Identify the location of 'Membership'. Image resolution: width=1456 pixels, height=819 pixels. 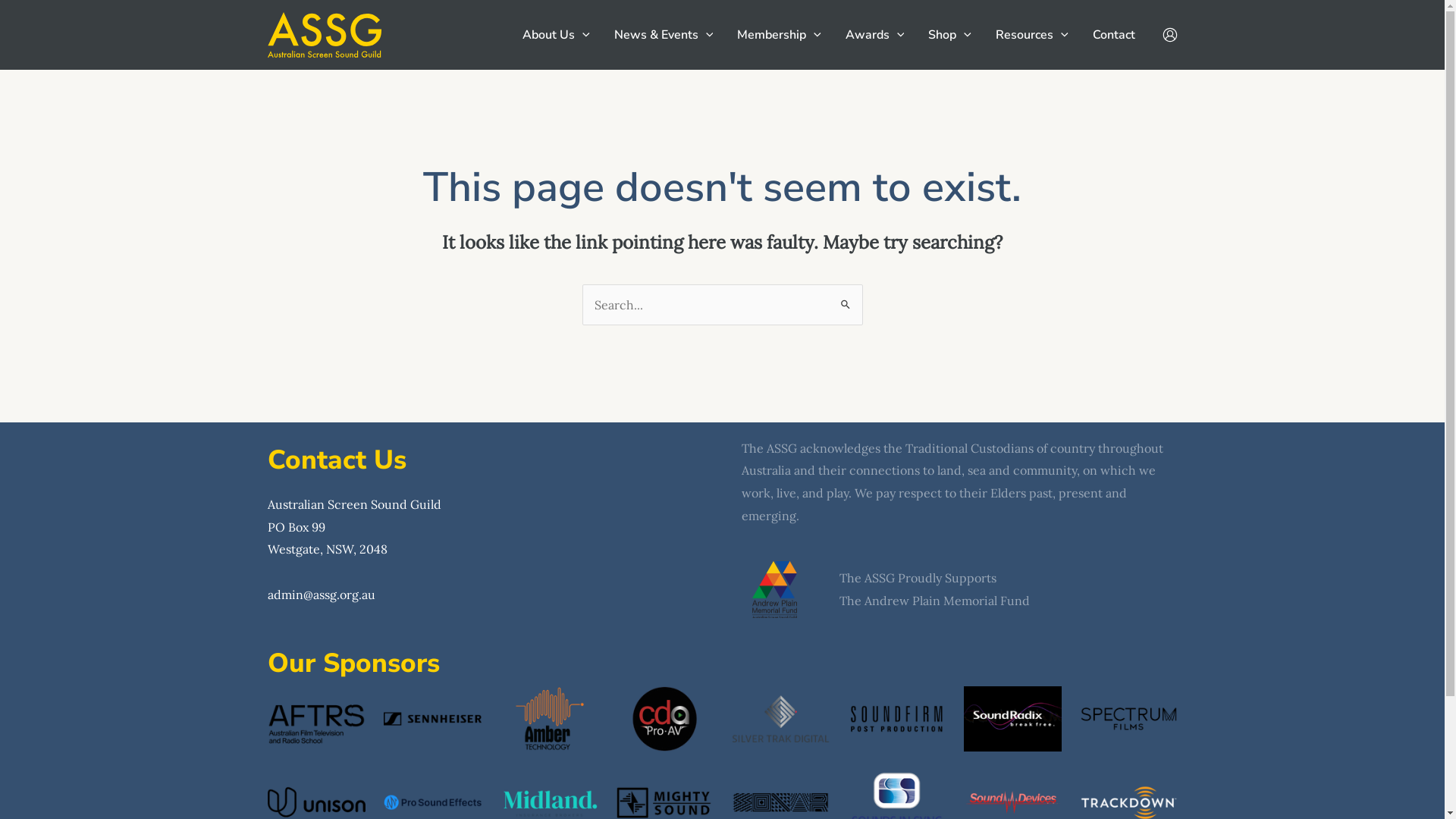
(779, 34).